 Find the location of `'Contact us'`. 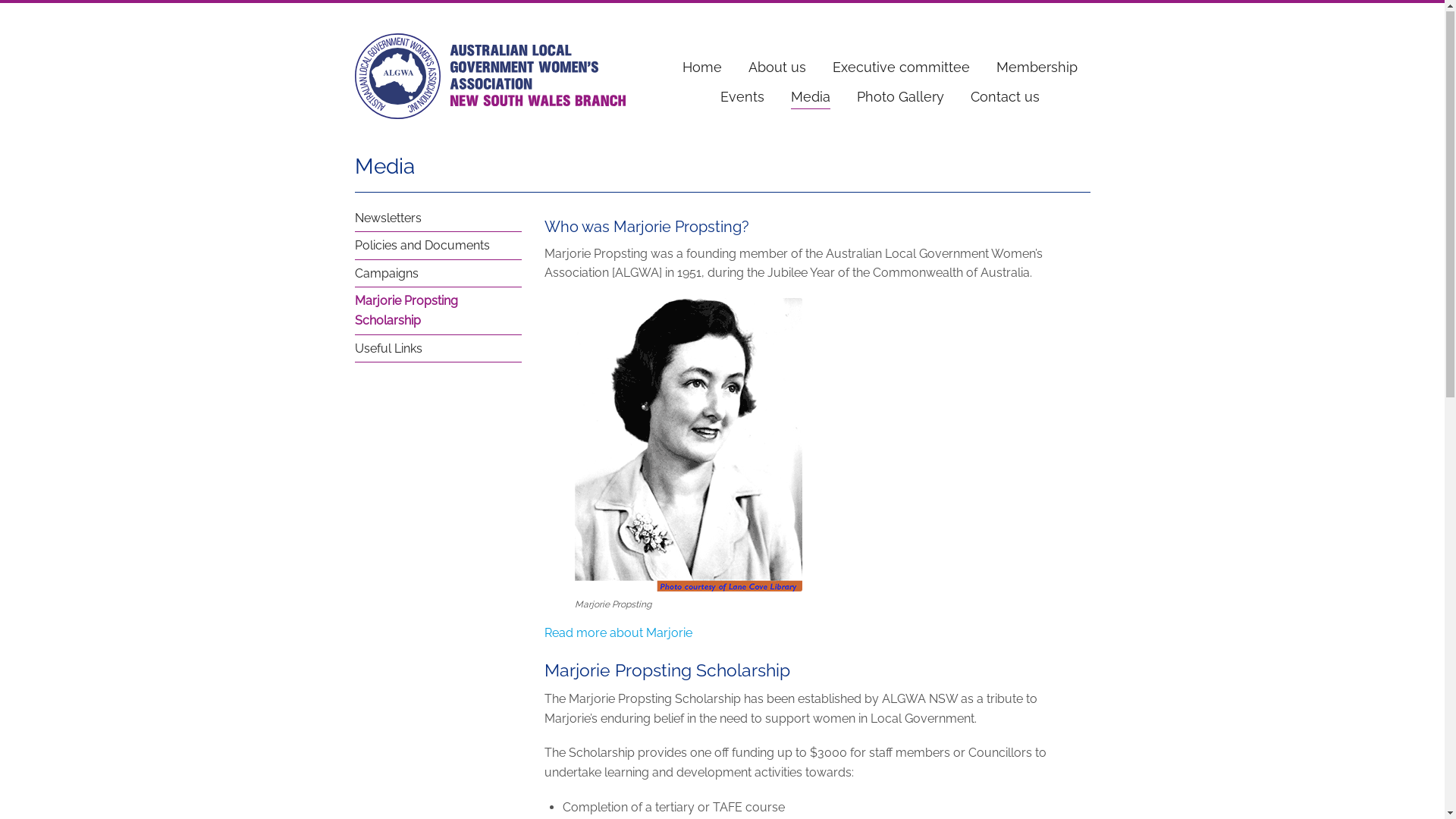

'Contact us' is located at coordinates (971, 97).